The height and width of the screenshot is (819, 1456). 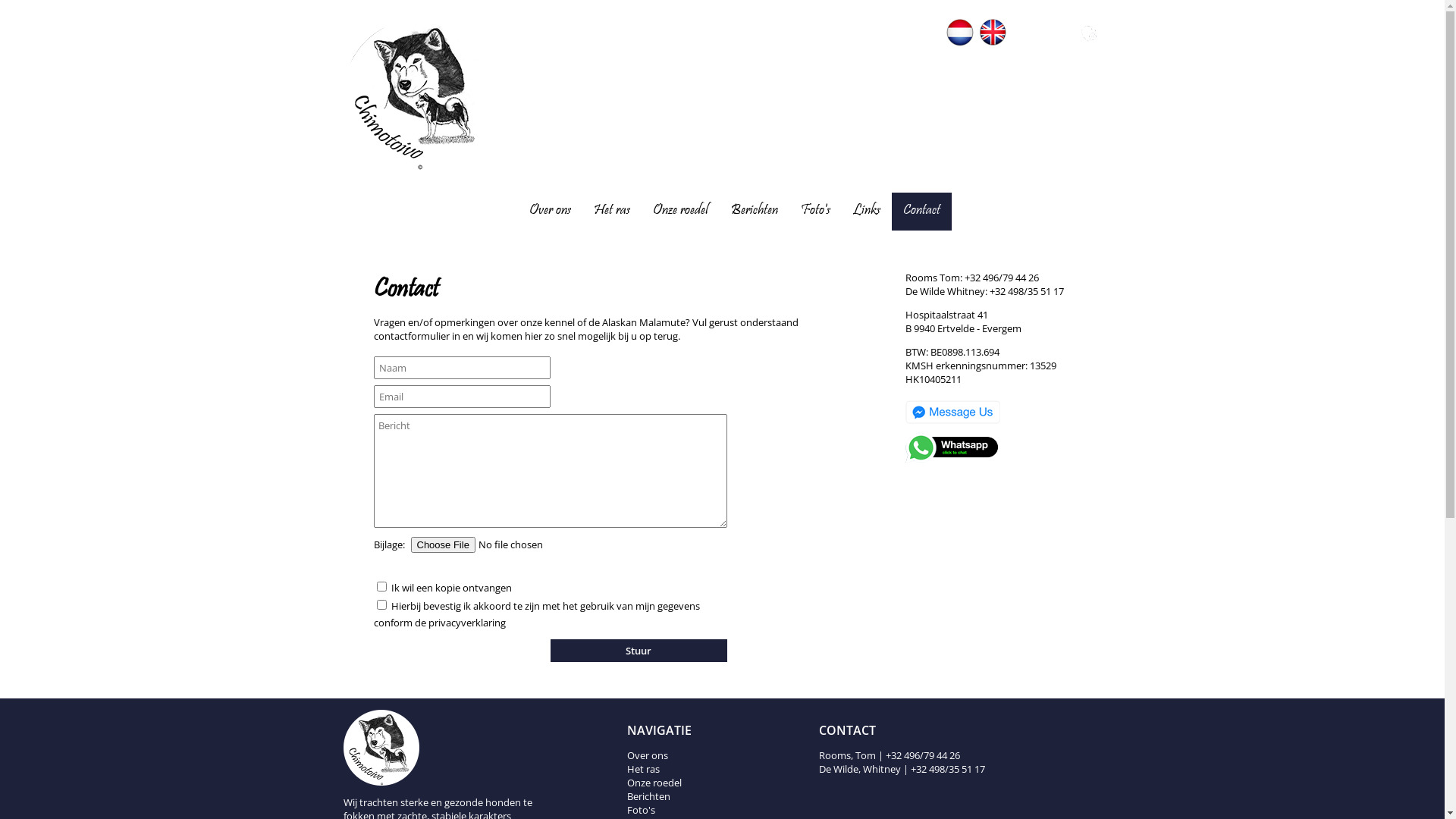 What do you see at coordinates (952, 459) in the screenshot?
I see `'Chat met ons'` at bounding box center [952, 459].